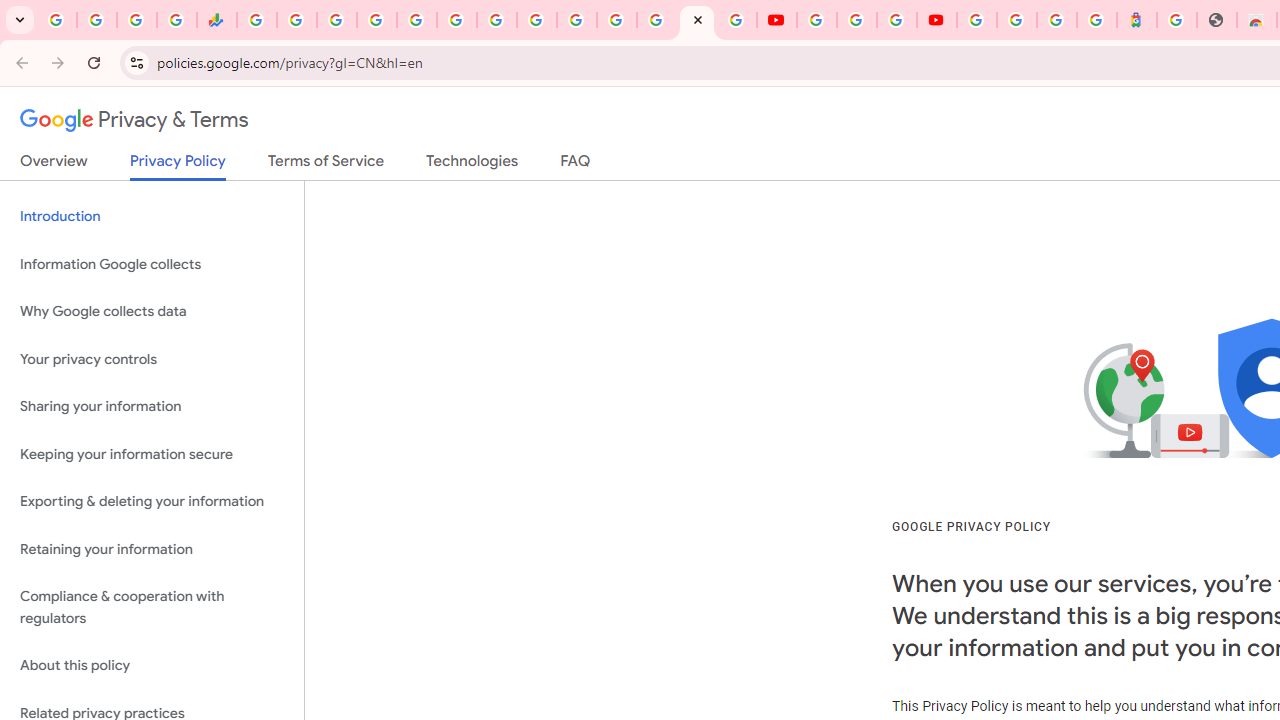 The width and height of the screenshot is (1280, 720). What do you see at coordinates (20, 20) in the screenshot?
I see `'Search tabs'` at bounding box center [20, 20].